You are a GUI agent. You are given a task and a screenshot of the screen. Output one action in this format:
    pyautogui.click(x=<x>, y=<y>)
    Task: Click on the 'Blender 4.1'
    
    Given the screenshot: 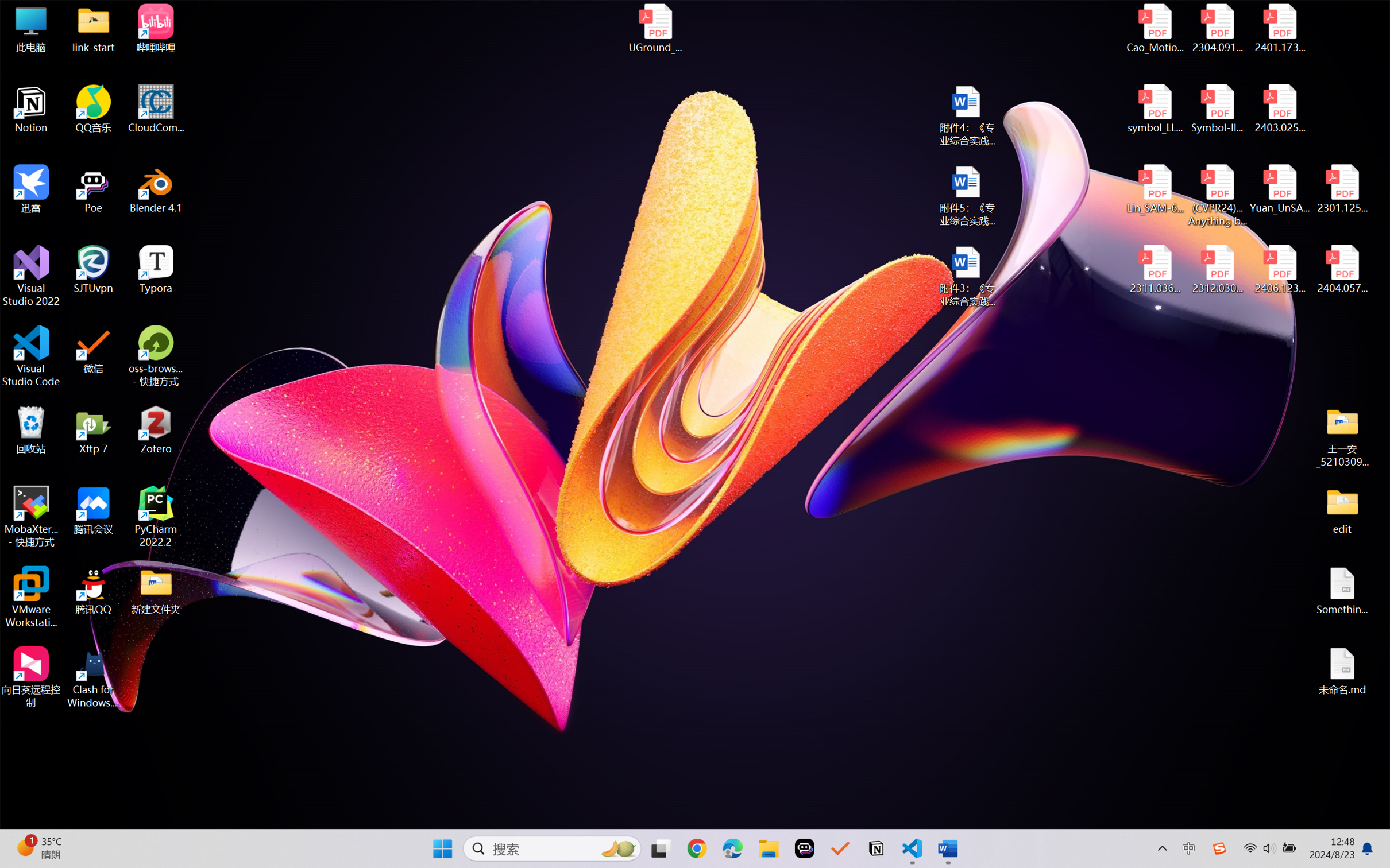 What is the action you would take?
    pyautogui.click(x=156, y=188)
    